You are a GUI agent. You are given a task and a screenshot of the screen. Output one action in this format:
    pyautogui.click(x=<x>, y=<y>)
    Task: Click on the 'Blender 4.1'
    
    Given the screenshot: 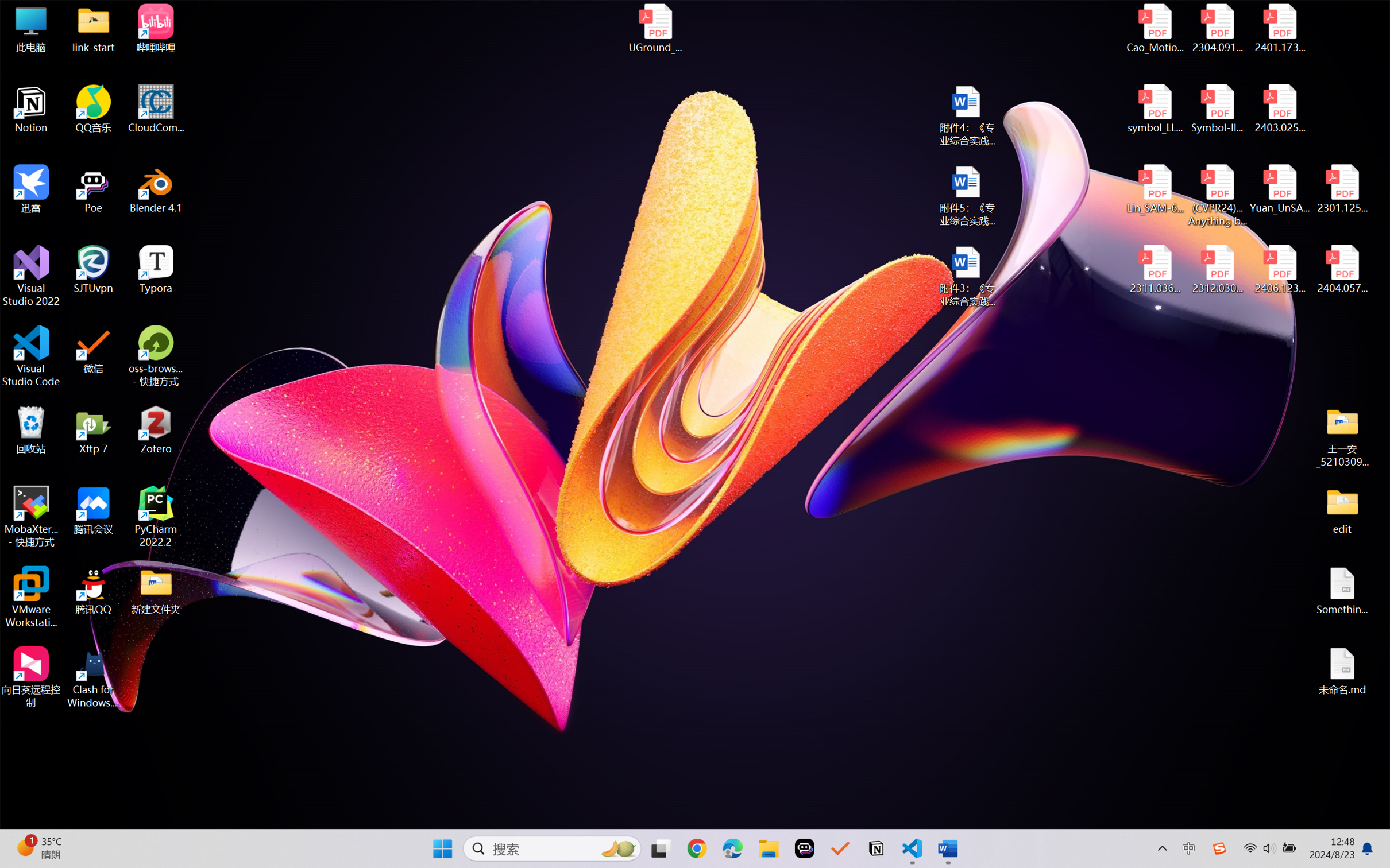 What is the action you would take?
    pyautogui.click(x=156, y=188)
    